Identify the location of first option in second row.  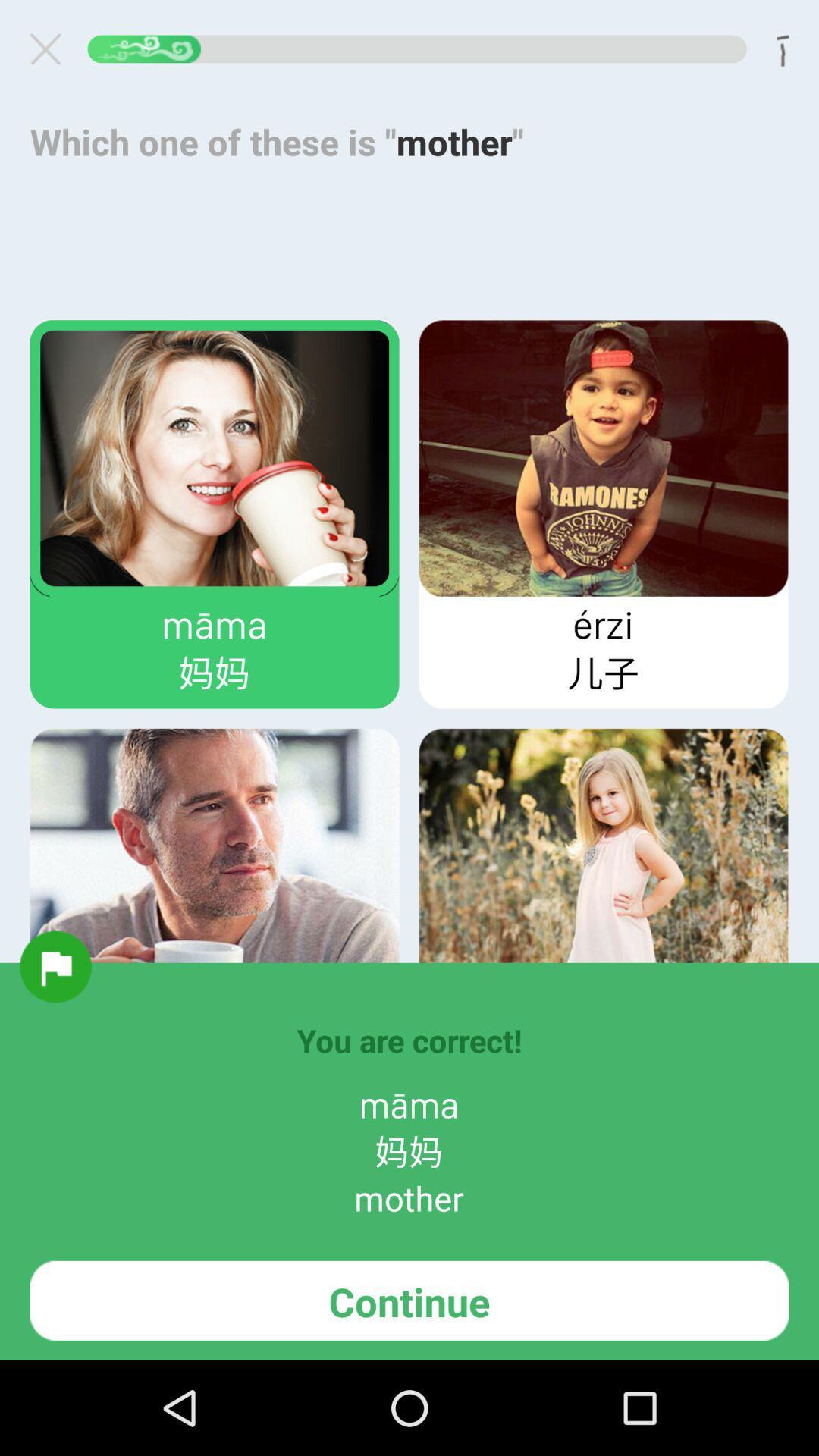
(215, 866).